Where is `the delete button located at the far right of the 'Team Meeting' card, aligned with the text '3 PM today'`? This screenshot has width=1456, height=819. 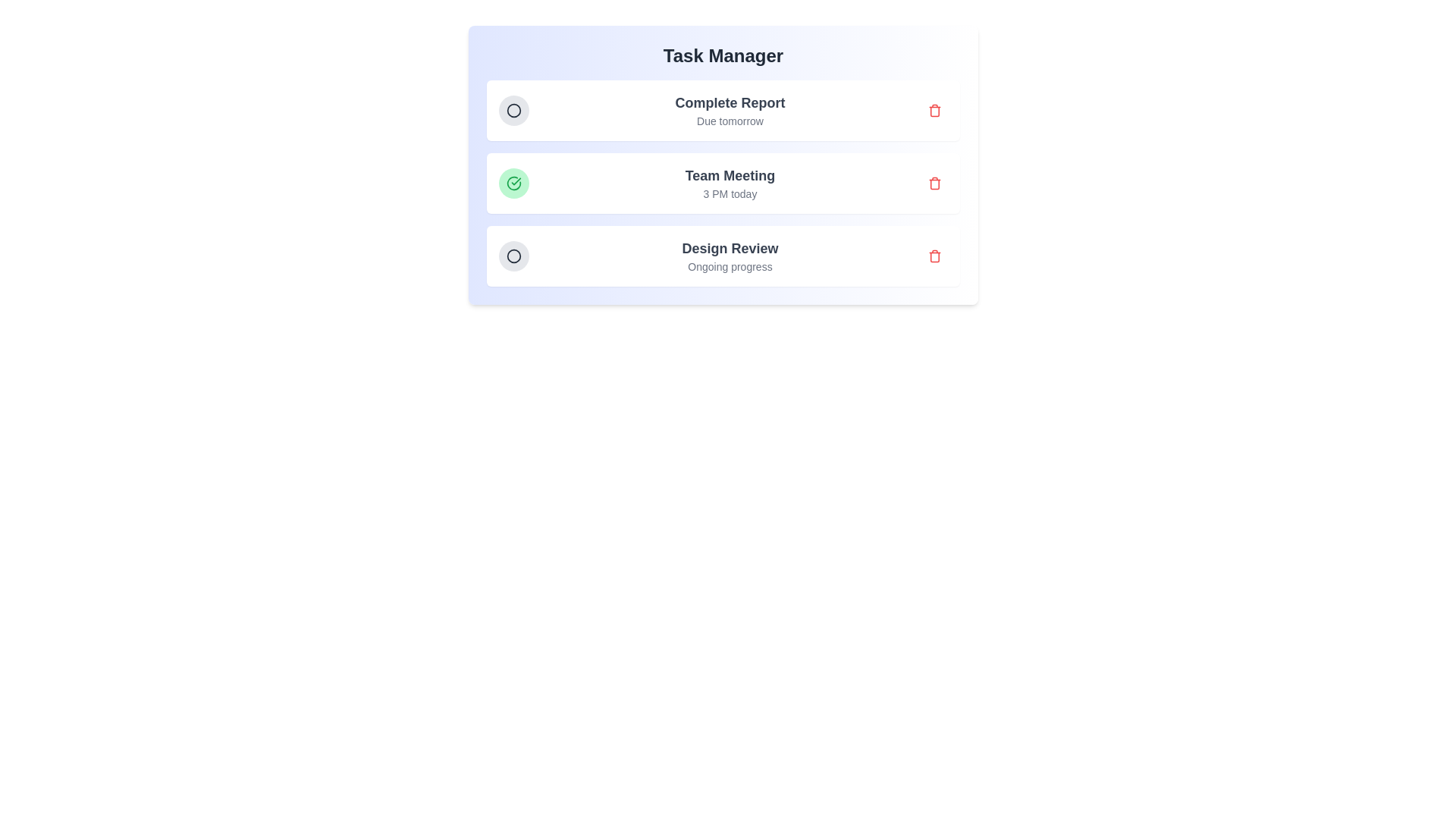
the delete button located at the far right of the 'Team Meeting' card, aligned with the text '3 PM today' is located at coordinates (934, 183).